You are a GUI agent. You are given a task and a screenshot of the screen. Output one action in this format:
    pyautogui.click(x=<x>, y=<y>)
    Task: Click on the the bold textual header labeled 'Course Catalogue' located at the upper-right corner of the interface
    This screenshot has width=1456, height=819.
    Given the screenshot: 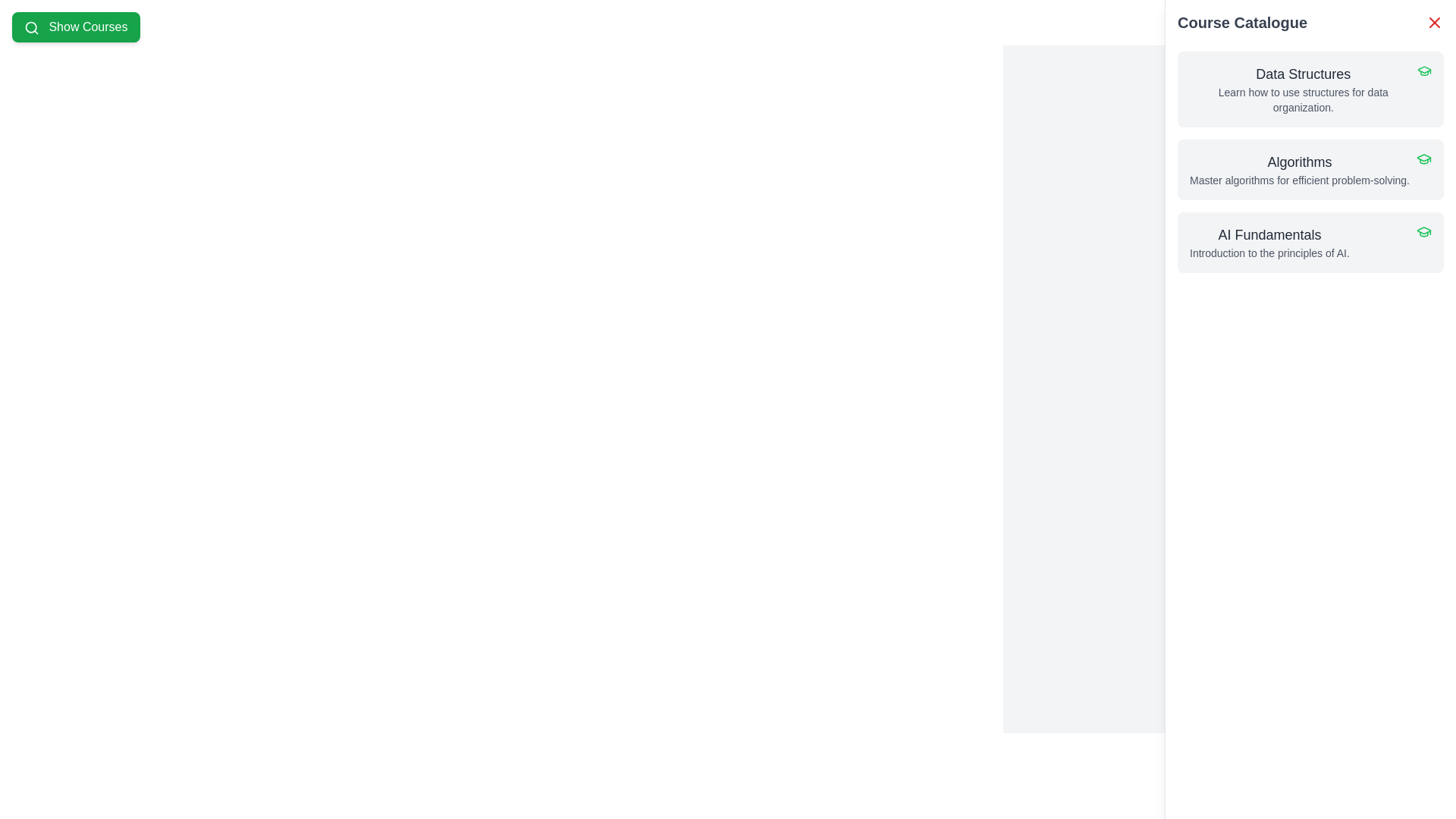 What is the action you would take?
    pyautogui.click(x=1242, y=23)
    